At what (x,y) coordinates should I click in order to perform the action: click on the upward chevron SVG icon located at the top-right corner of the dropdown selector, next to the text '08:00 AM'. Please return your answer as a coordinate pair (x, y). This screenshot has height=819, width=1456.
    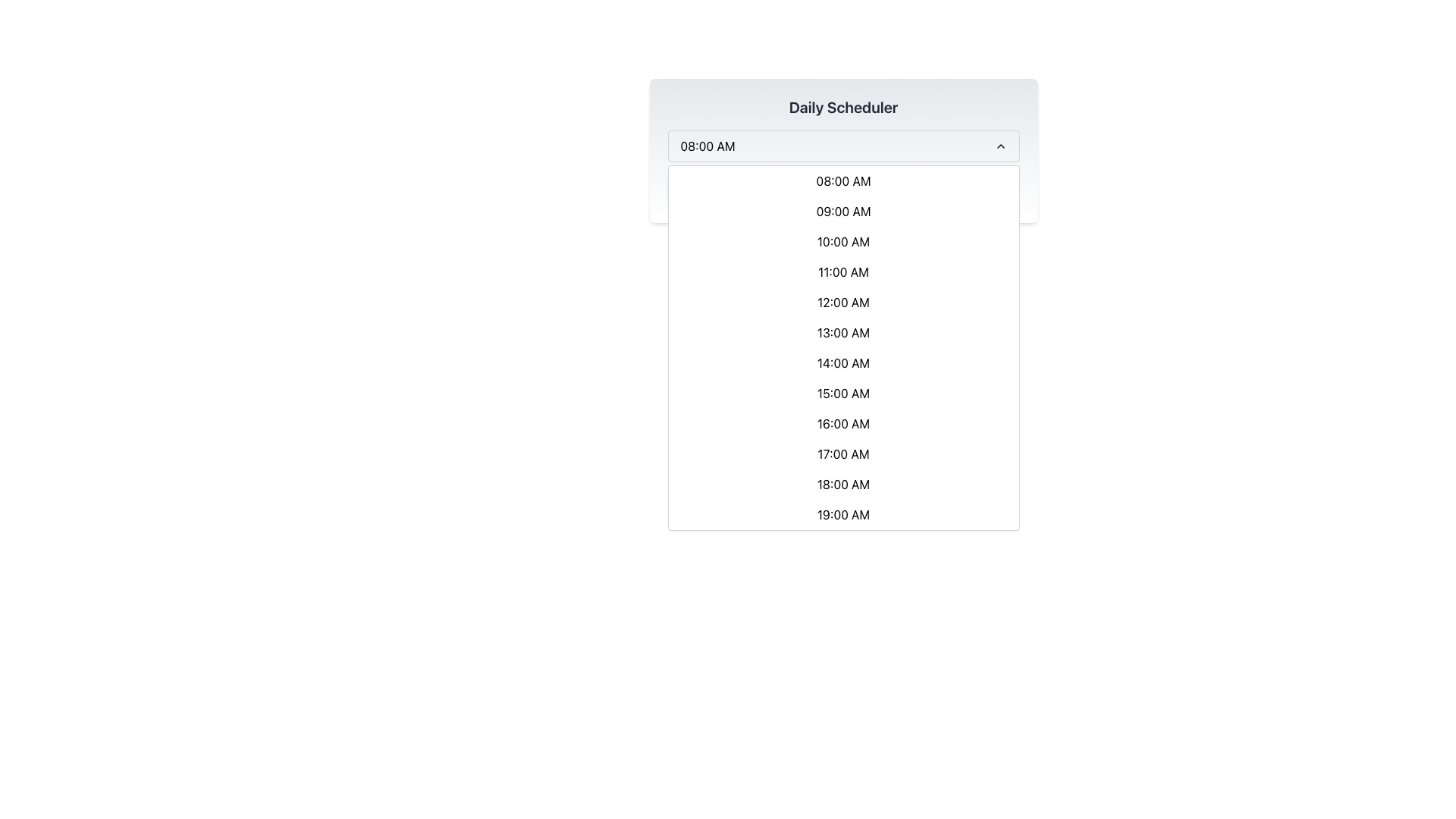
    Looking at the image, I should click on (1000, 146).